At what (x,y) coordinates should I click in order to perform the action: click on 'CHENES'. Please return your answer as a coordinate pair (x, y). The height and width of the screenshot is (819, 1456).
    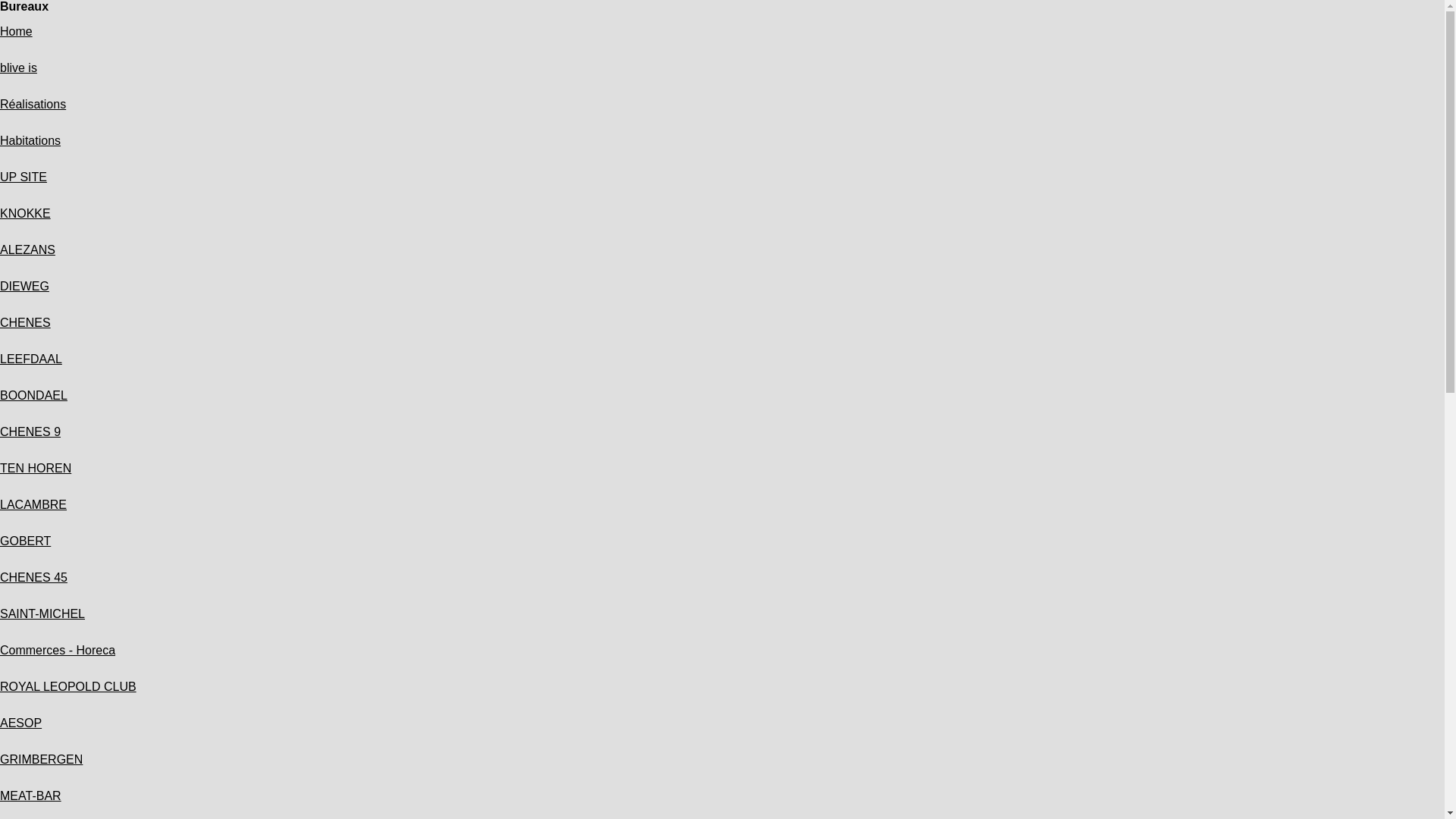
    Looking at the image, I should click on (25, 322).